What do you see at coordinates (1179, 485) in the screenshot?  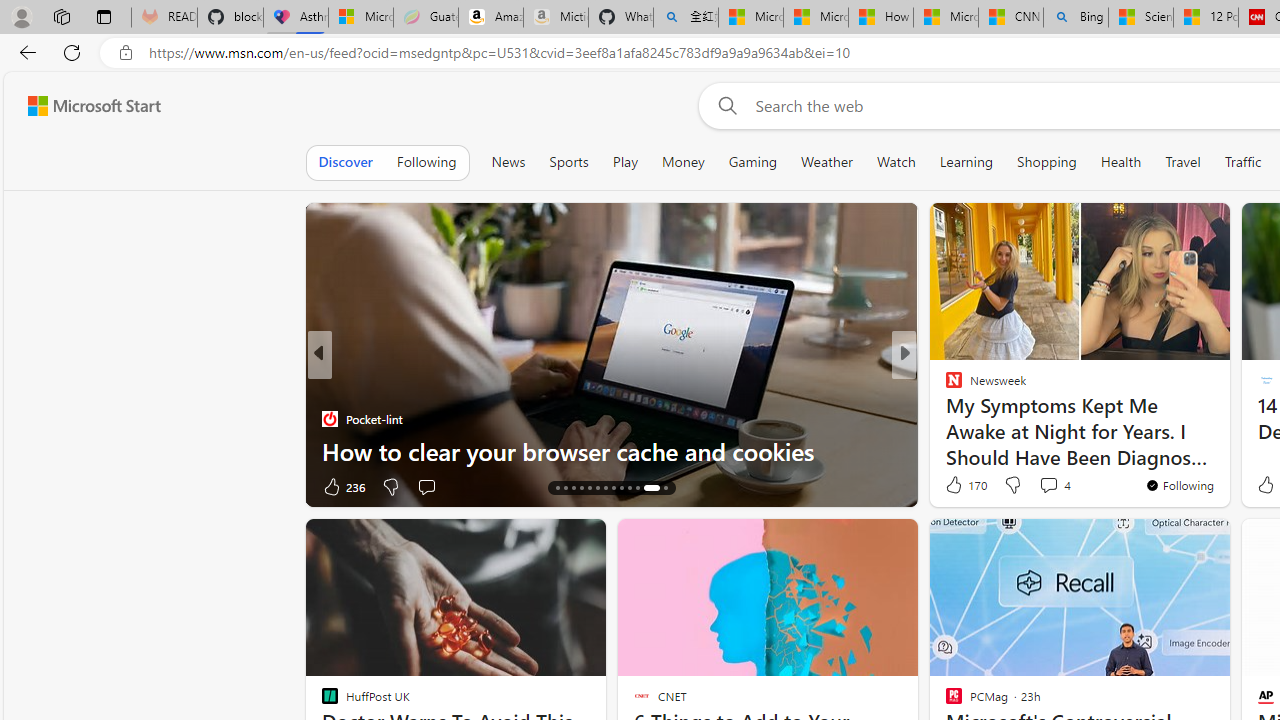 I see `'You'` at bounding box center [1179, 485].